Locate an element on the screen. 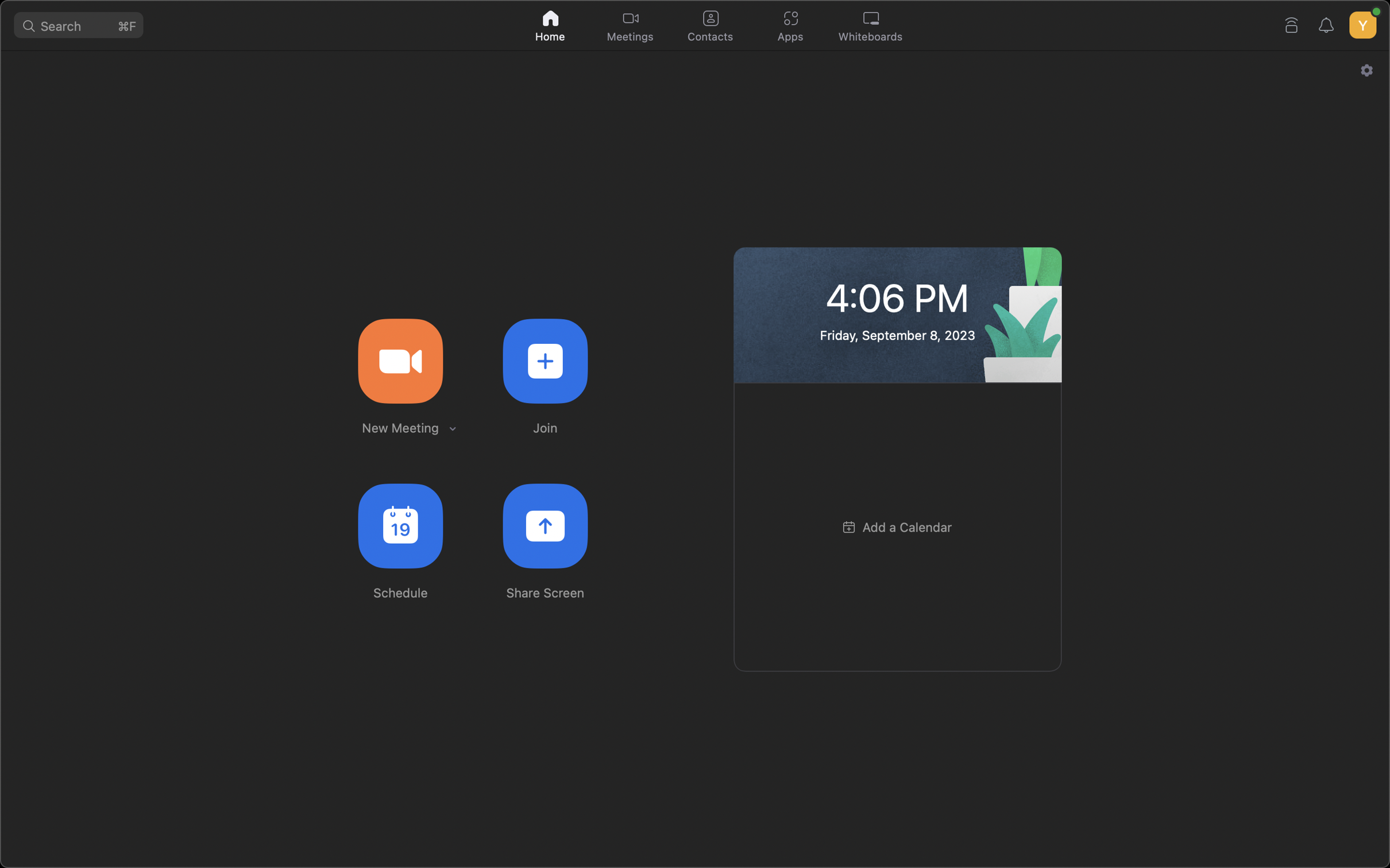 This screenshot has width=1390, height=868. the whiteboard features is located at coordinates (873, 26).